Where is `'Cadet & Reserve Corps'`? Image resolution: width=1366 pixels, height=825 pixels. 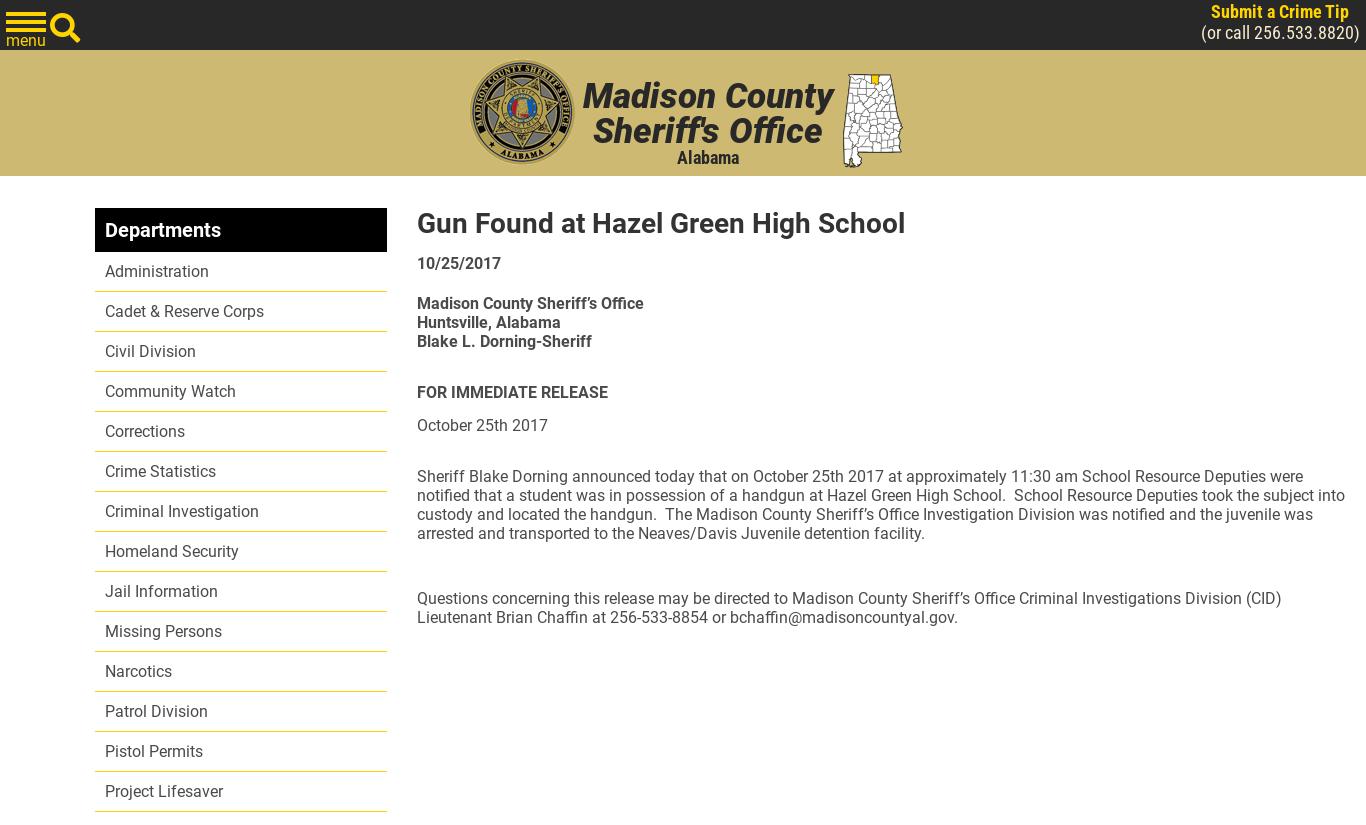
'Cadet & Reserve Corps' is located at coordinates (105, 311).